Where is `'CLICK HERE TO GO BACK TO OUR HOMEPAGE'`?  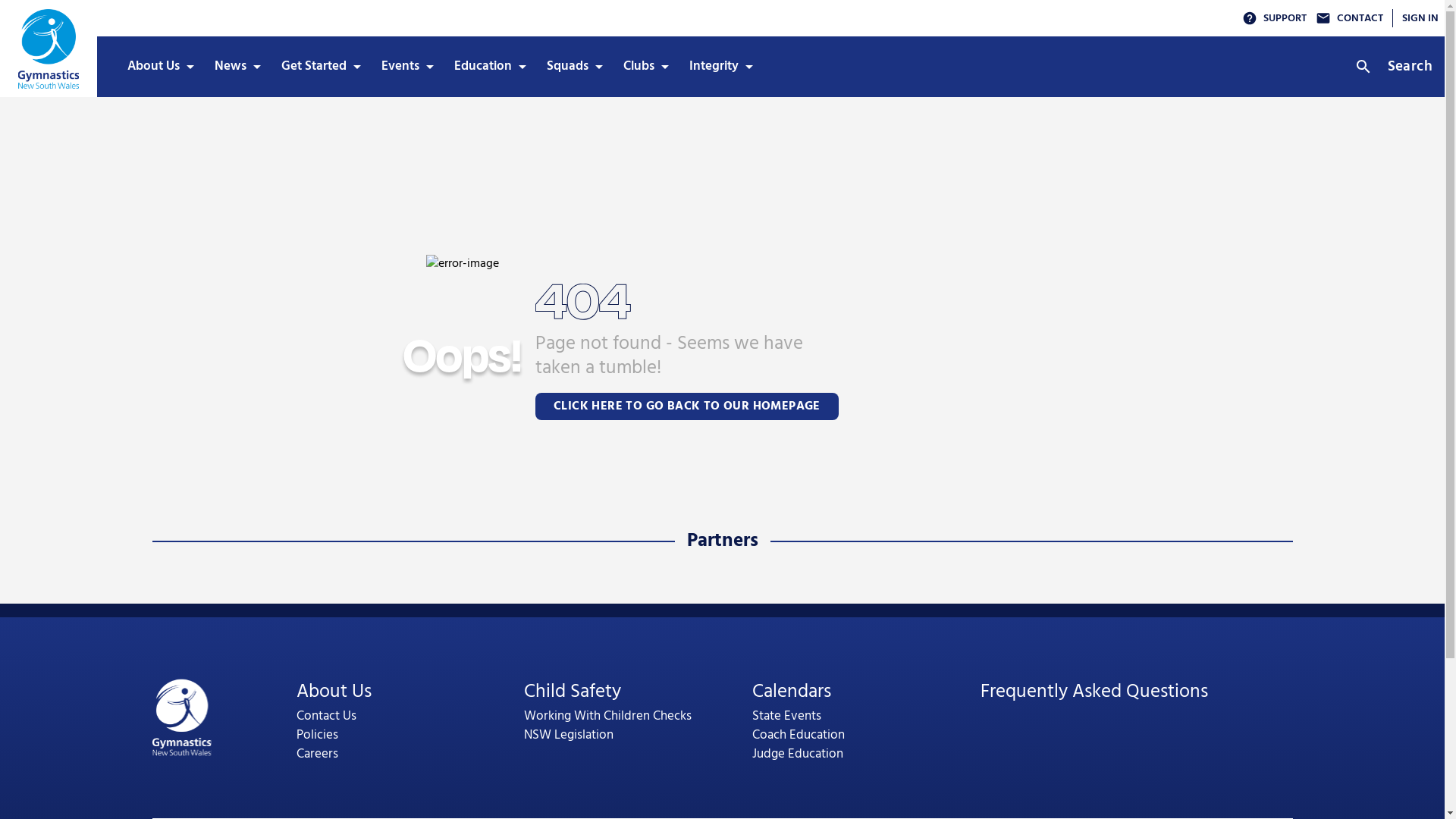
'CLICK HERE TO GO BACK TO OUR HOMEPAGE' is located at coordinates (686, 406).